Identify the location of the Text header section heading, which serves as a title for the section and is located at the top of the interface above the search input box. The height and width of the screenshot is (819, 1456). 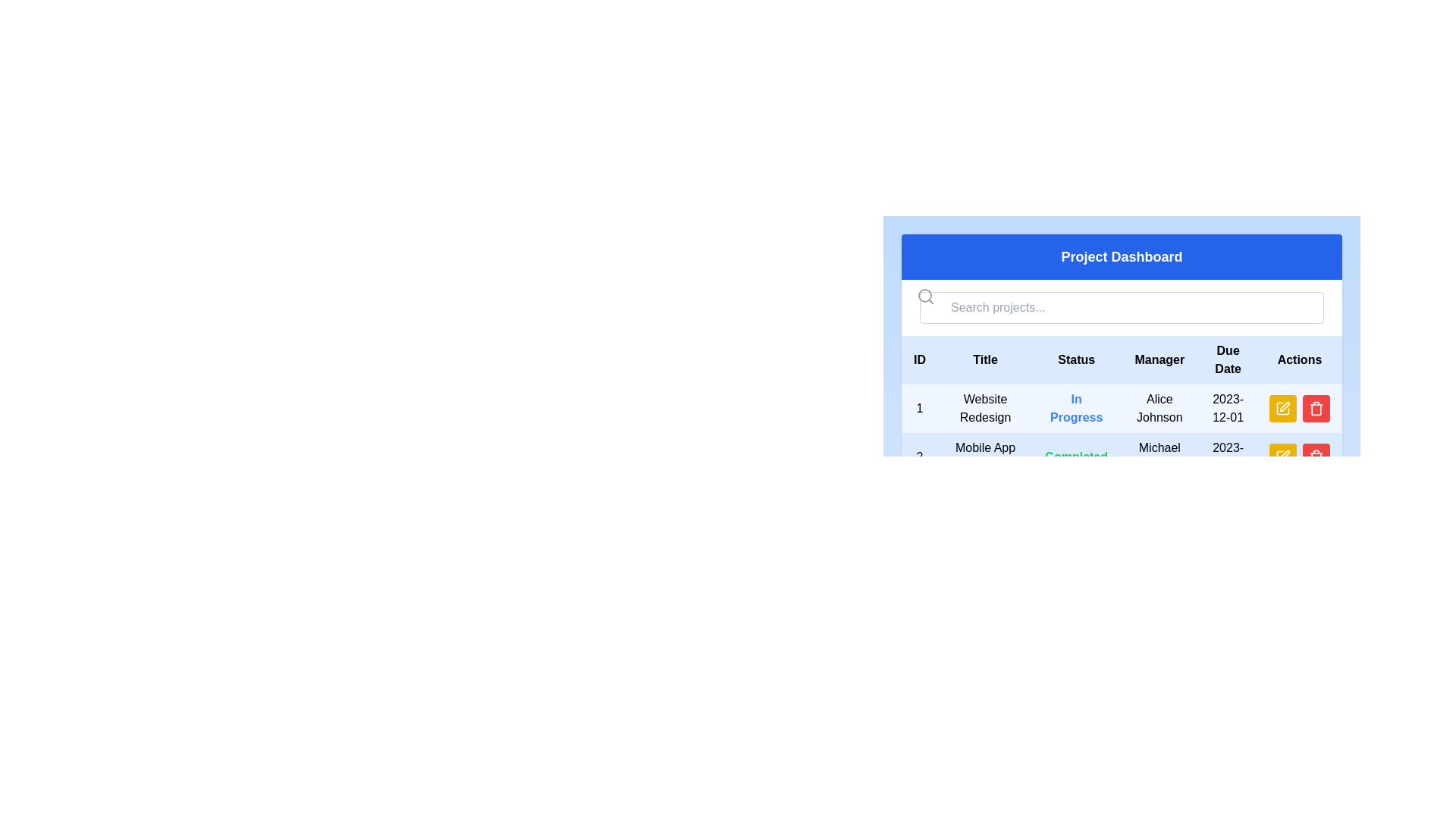
(1122, 256).